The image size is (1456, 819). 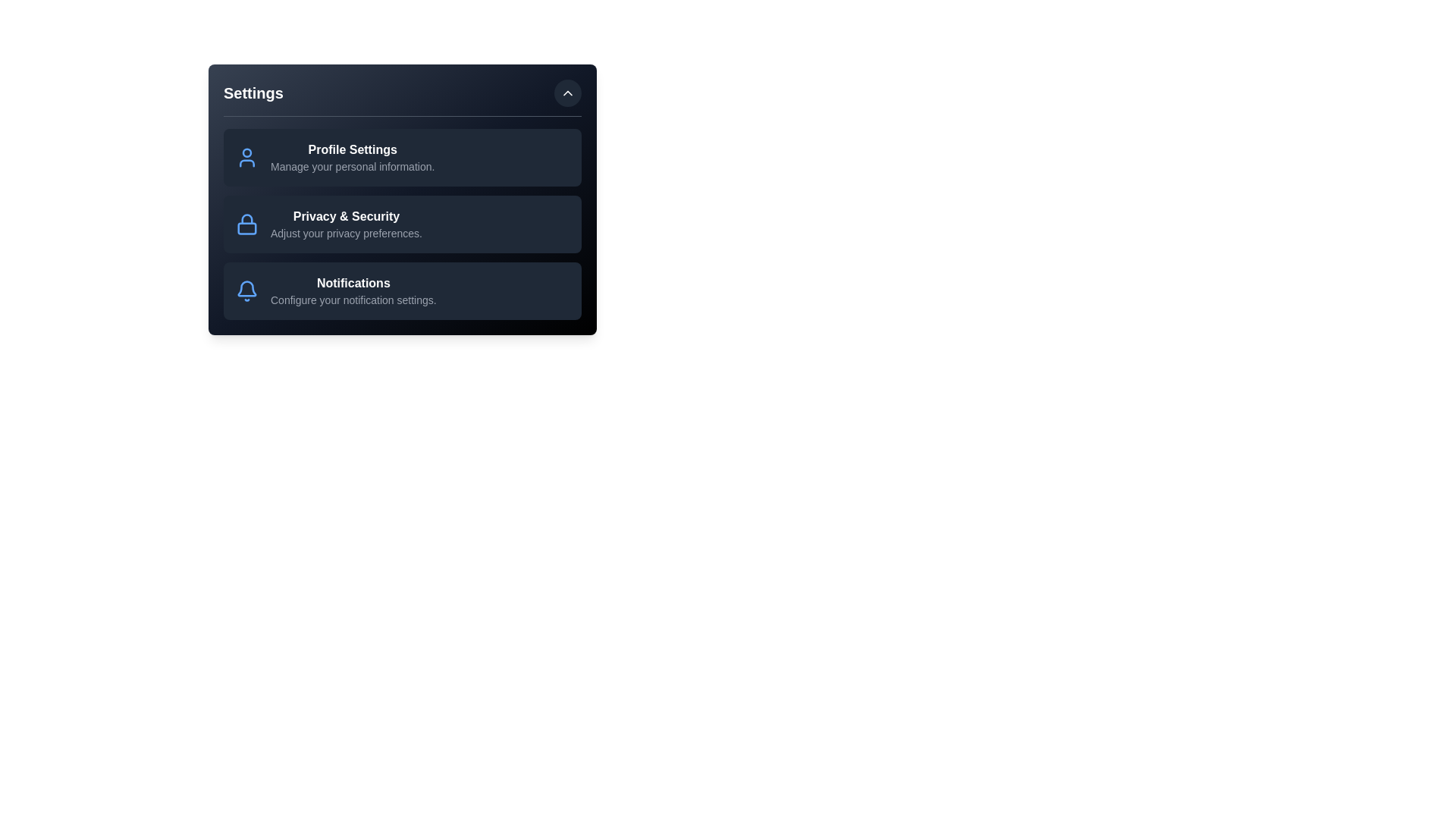 What do you see at coordinates (403, 158) in the screenshot?
I see `the settings category Profile Settings by clicking on its corresponding list item` at bounding box center [403, 158].